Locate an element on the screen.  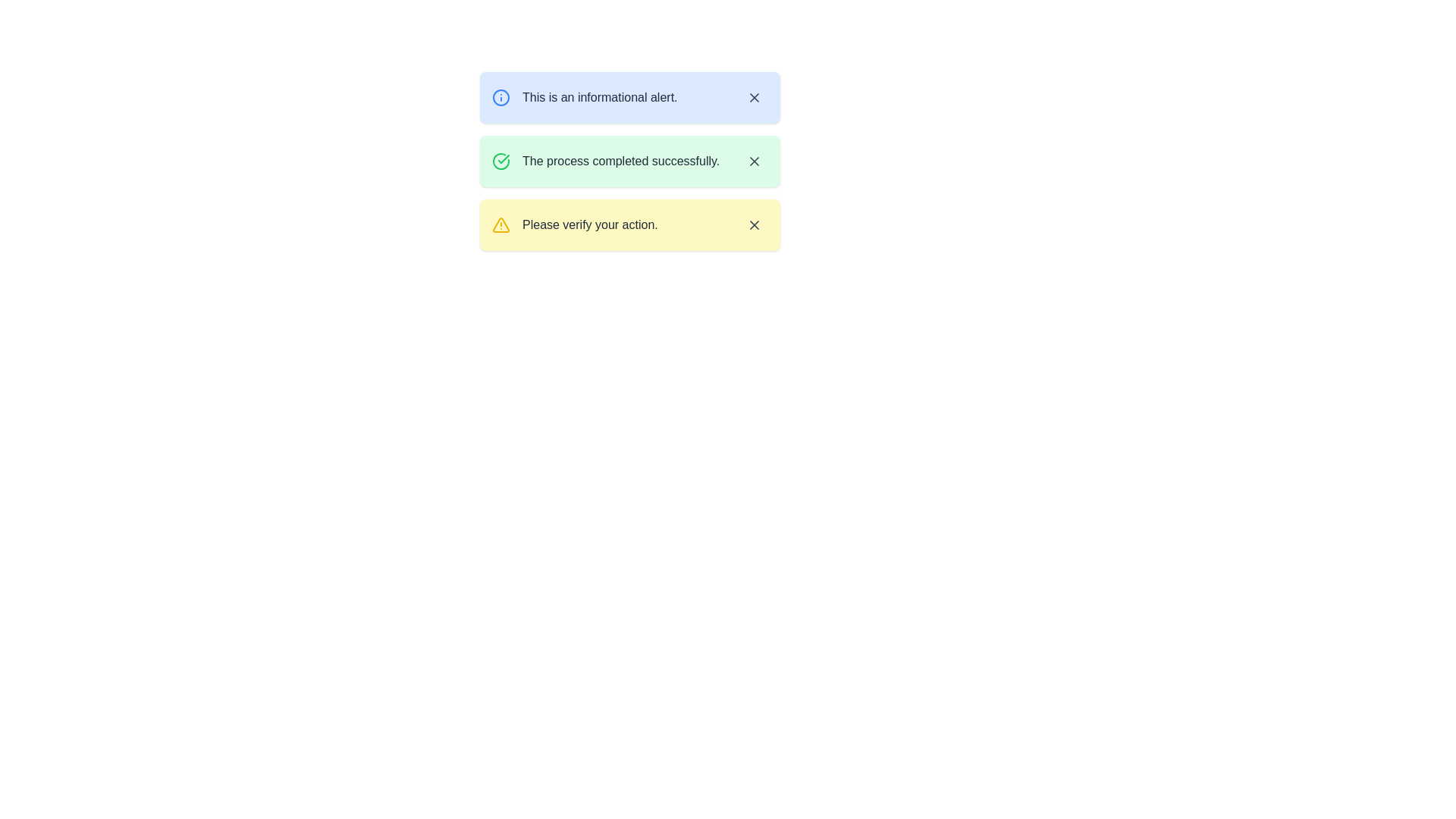
the green checkmark icon representing a success status within the success alert box that is the second from the top is located at coordinates (501, 161).